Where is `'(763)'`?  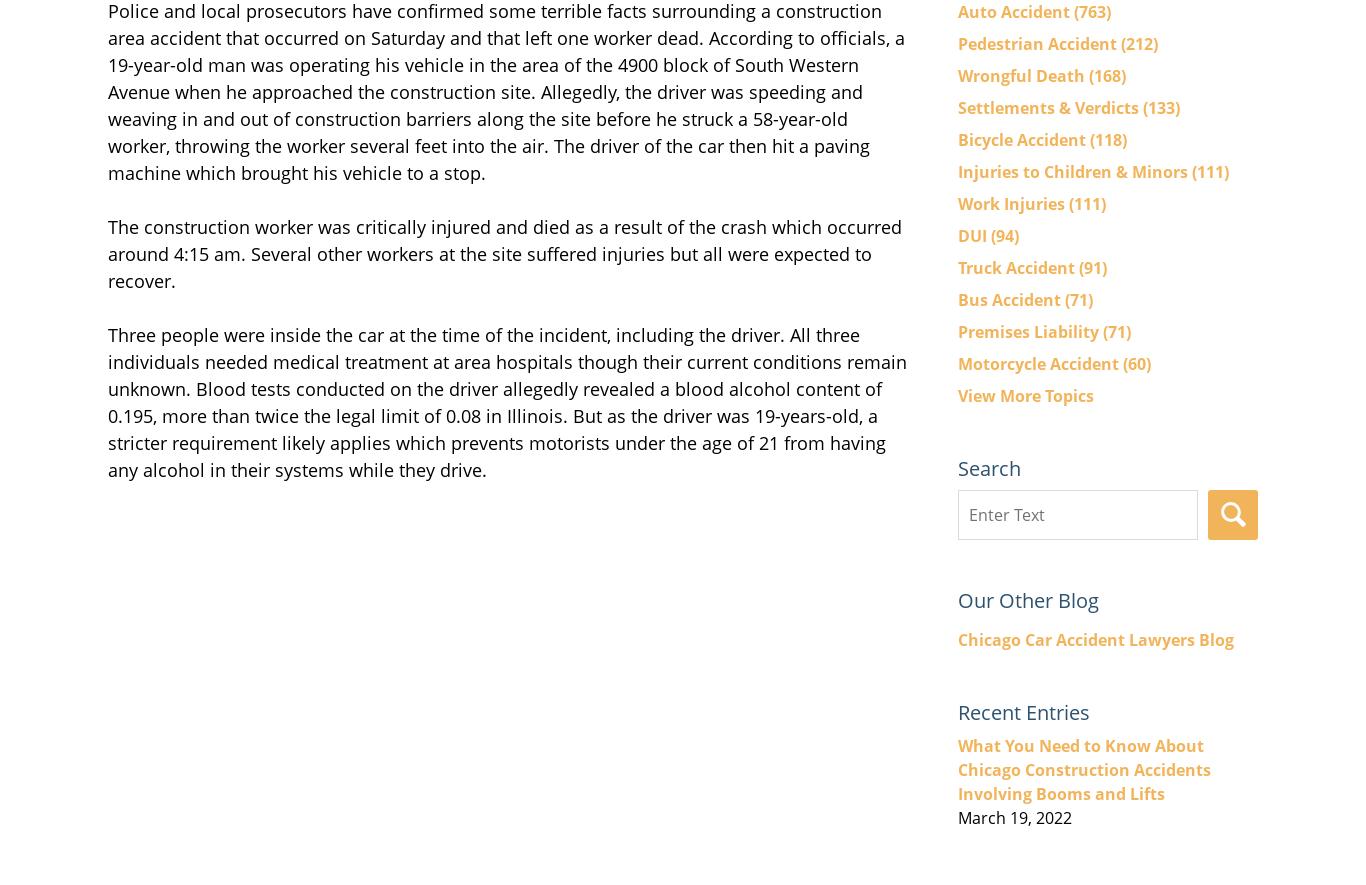 '(763)' is located at coordinates (1091, 10).